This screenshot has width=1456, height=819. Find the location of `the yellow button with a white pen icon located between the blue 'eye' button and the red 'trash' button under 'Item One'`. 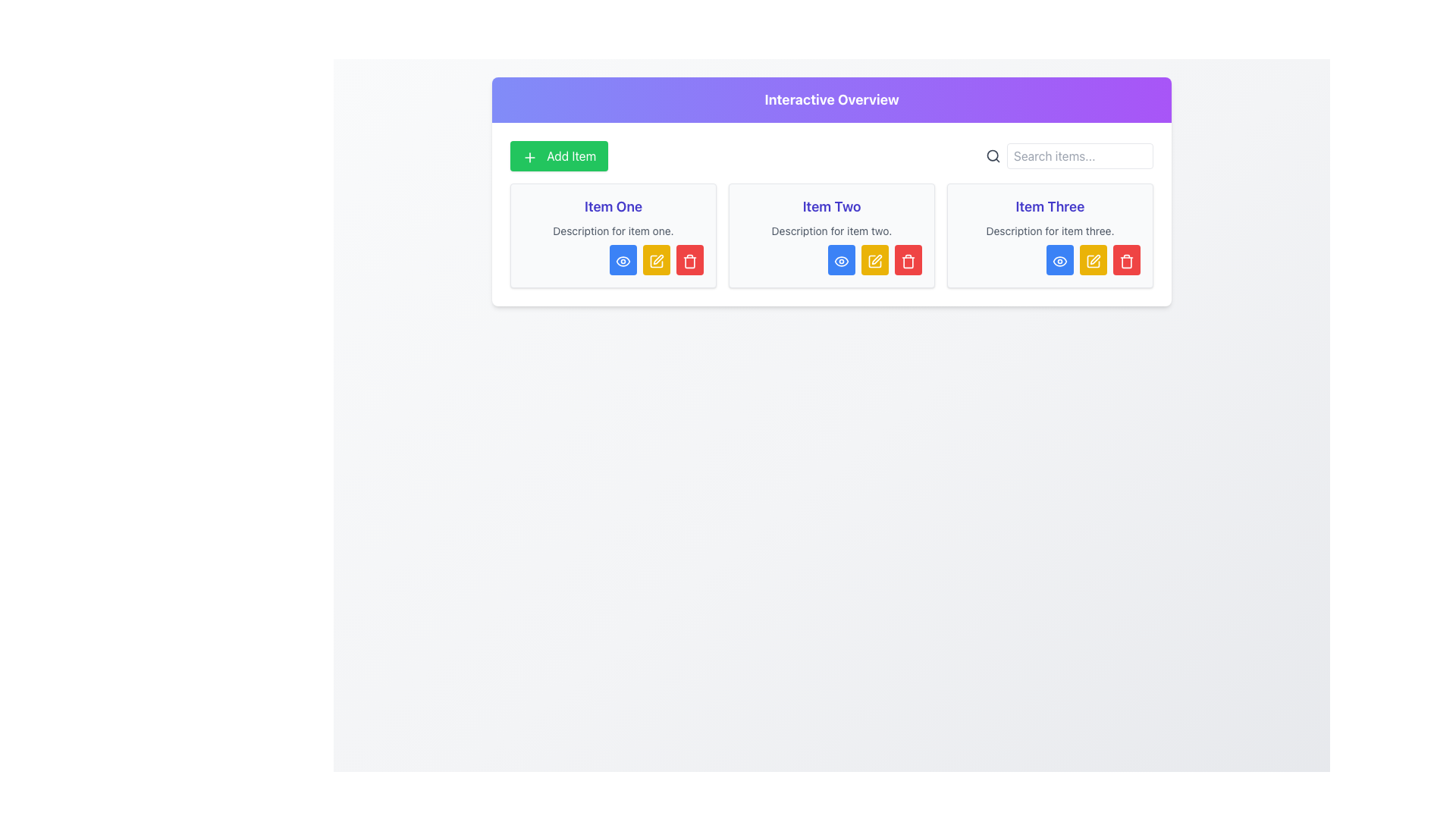

the yellow button with a white pen icon located between the blue 'eye' button and the red 'trash' button under 'Item One' is located at coordinates (656, 259).